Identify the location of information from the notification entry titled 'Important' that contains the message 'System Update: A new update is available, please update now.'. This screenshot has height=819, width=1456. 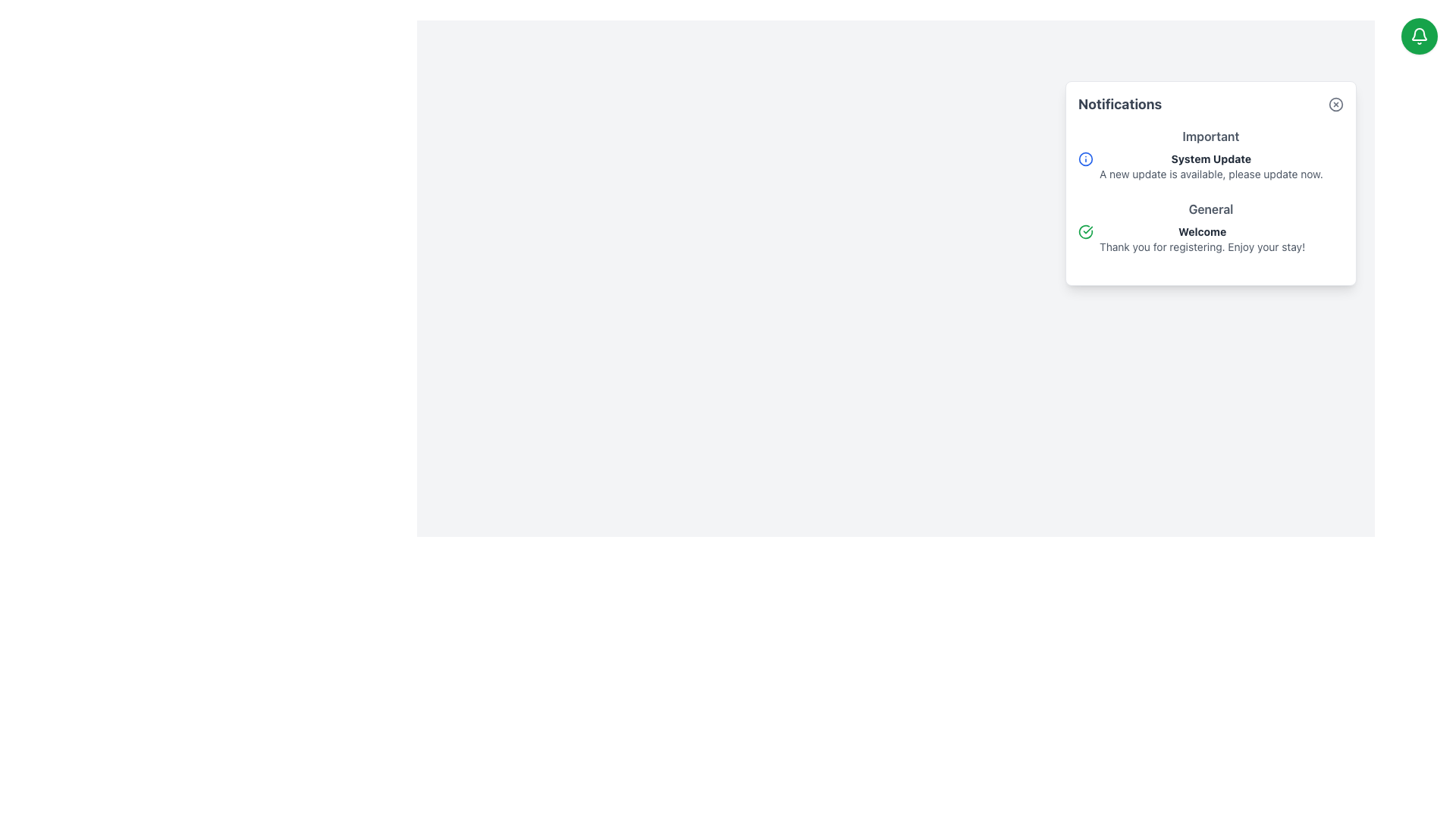
(1210, 158).